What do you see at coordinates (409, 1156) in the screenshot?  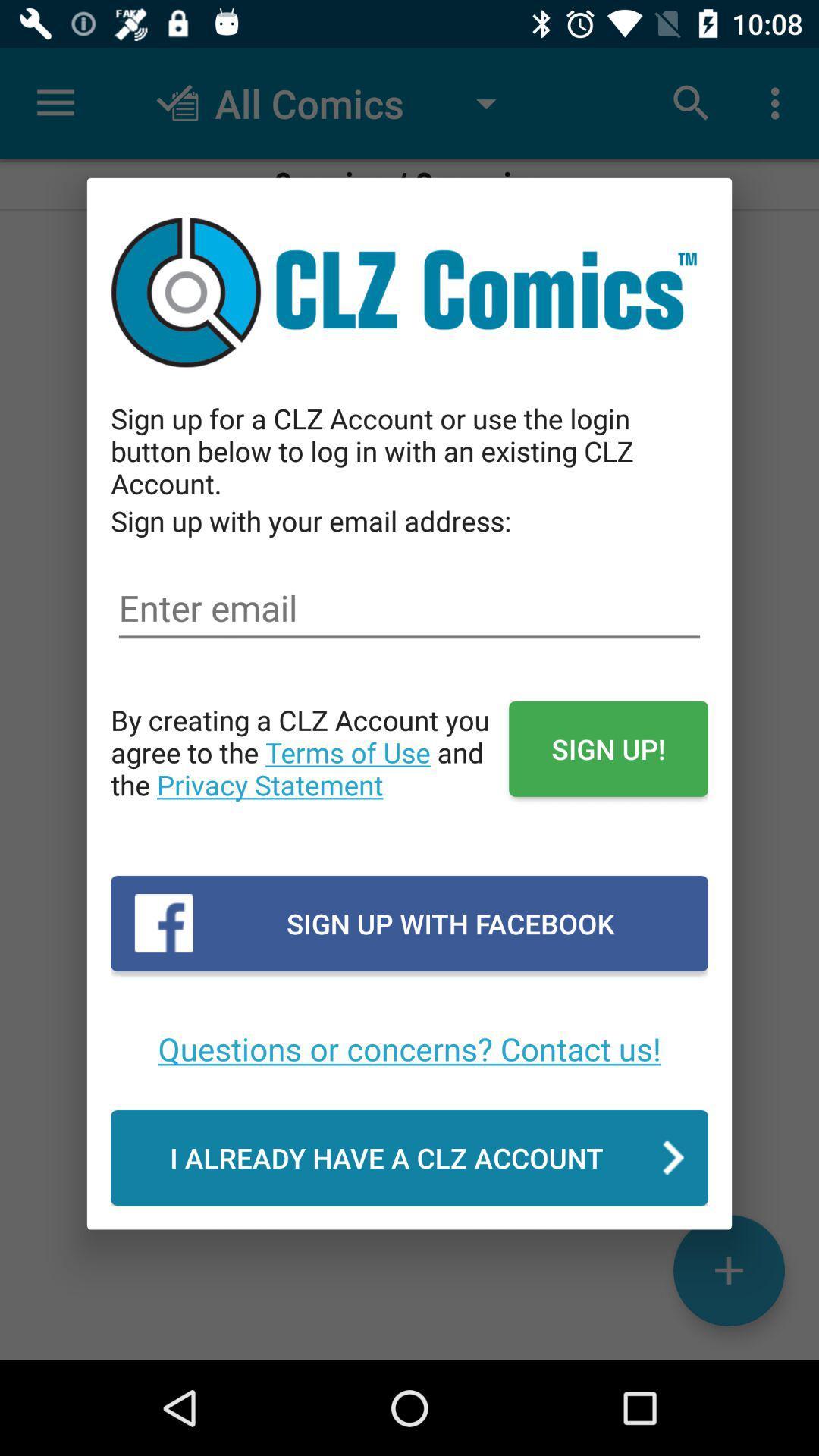 I see `icon below questions or concerns` at bounding box center [409, 1156].